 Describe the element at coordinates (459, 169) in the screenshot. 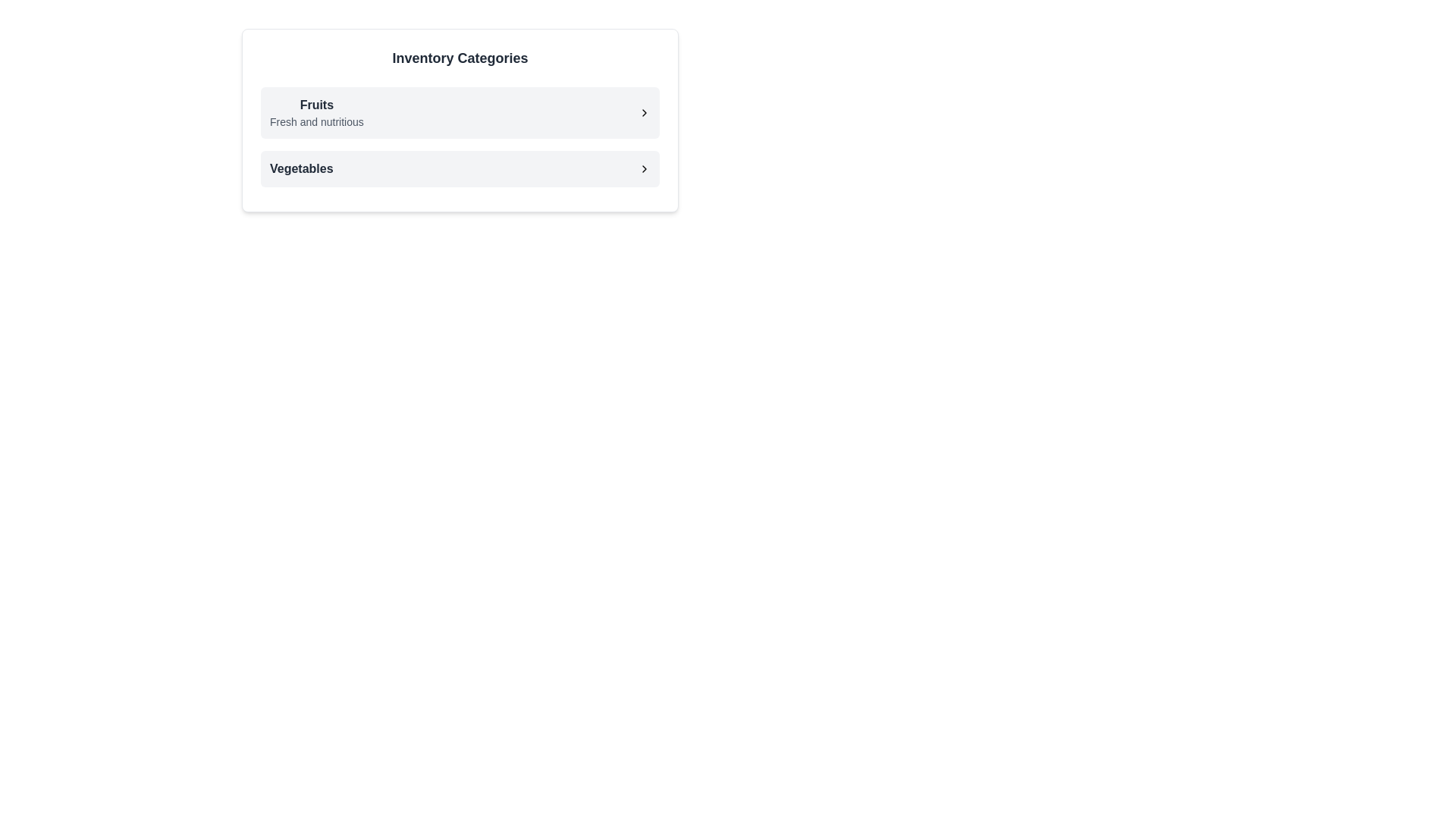

I see `the list item labeled 'Vegetables'` at that location.